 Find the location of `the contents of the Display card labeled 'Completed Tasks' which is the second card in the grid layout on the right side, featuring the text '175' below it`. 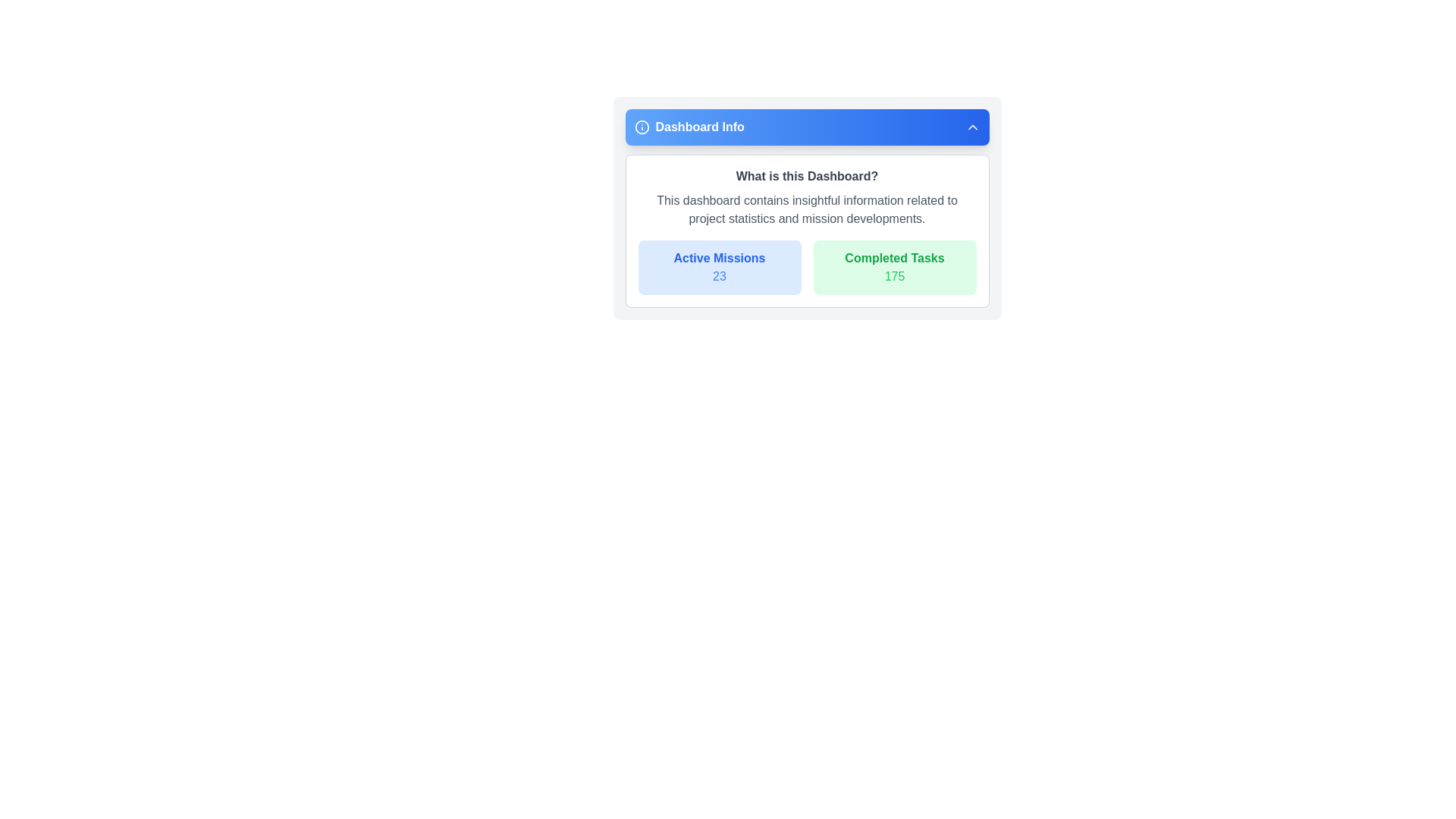

the contents of the Display card labeled 'Completed Tasks' which is the second card in the grid layout on the right side, featuring the text '175' below it is located at coordinates (895, 267).